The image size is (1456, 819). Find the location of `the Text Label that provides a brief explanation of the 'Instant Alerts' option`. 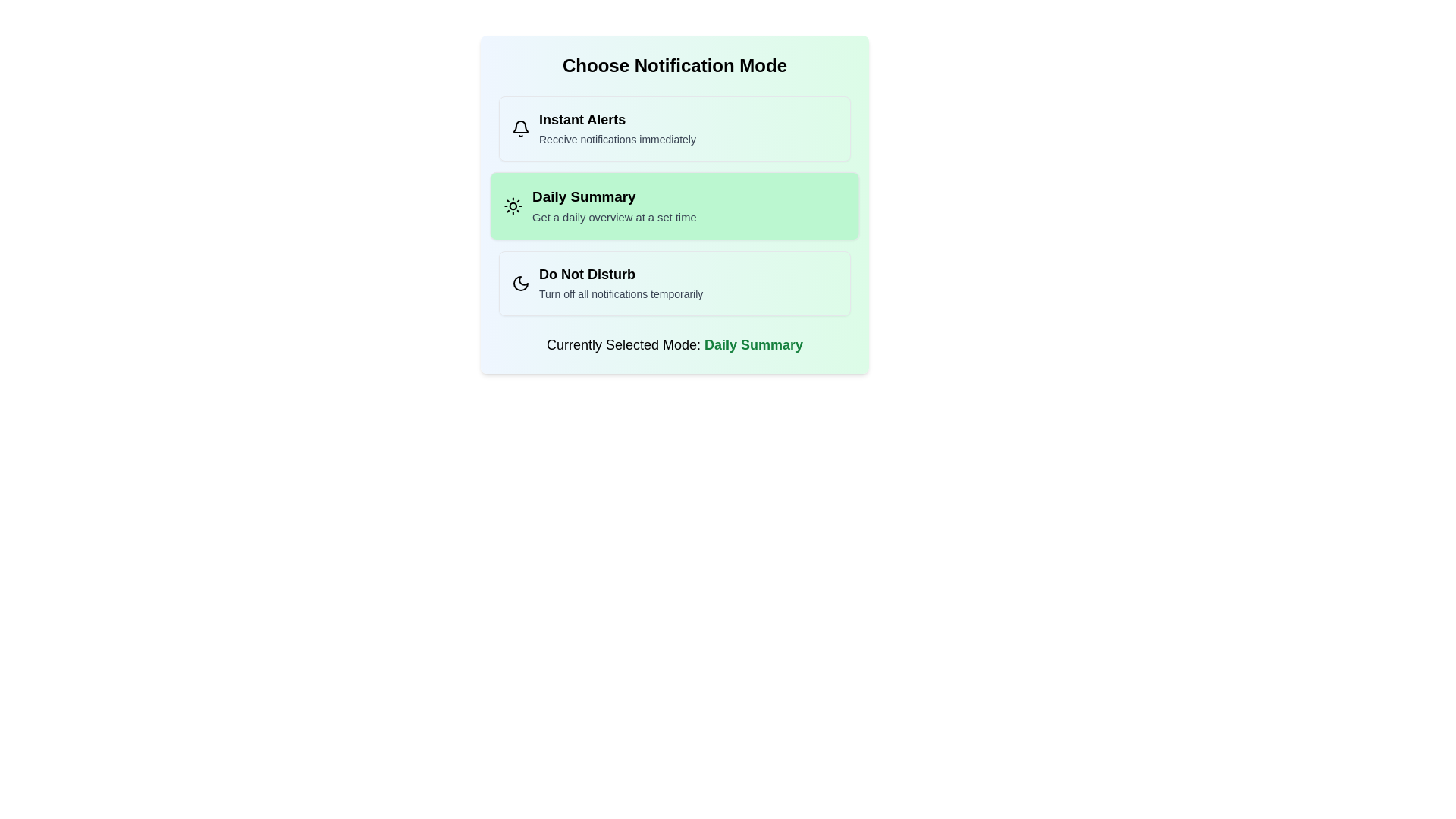

the Text Label that provides a brief explanation of the 'Instant Alerts' option is located at coordinates (617, 140).